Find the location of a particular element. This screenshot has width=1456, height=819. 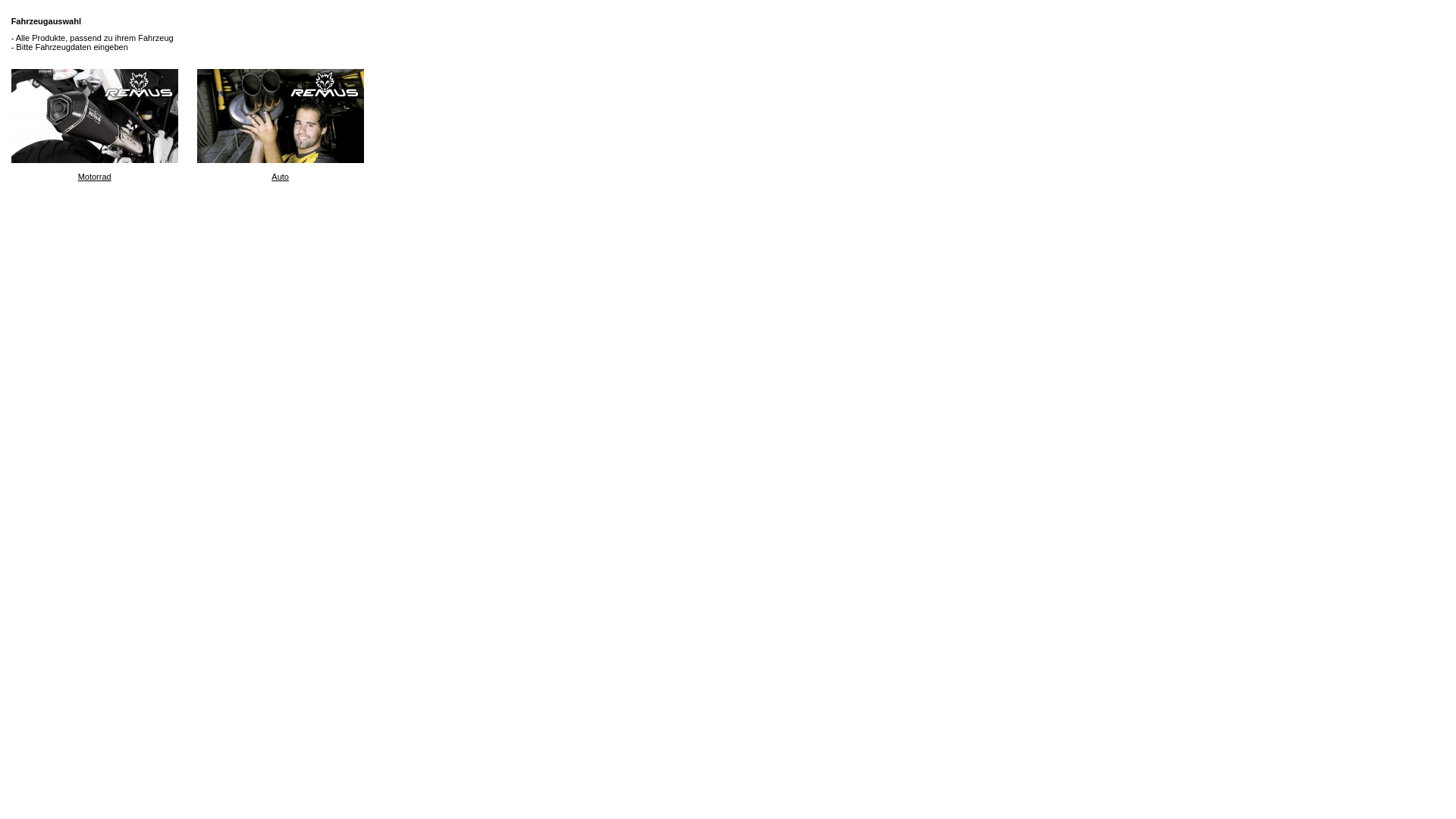

'Motorrad' is located at coordinates (11, 115).